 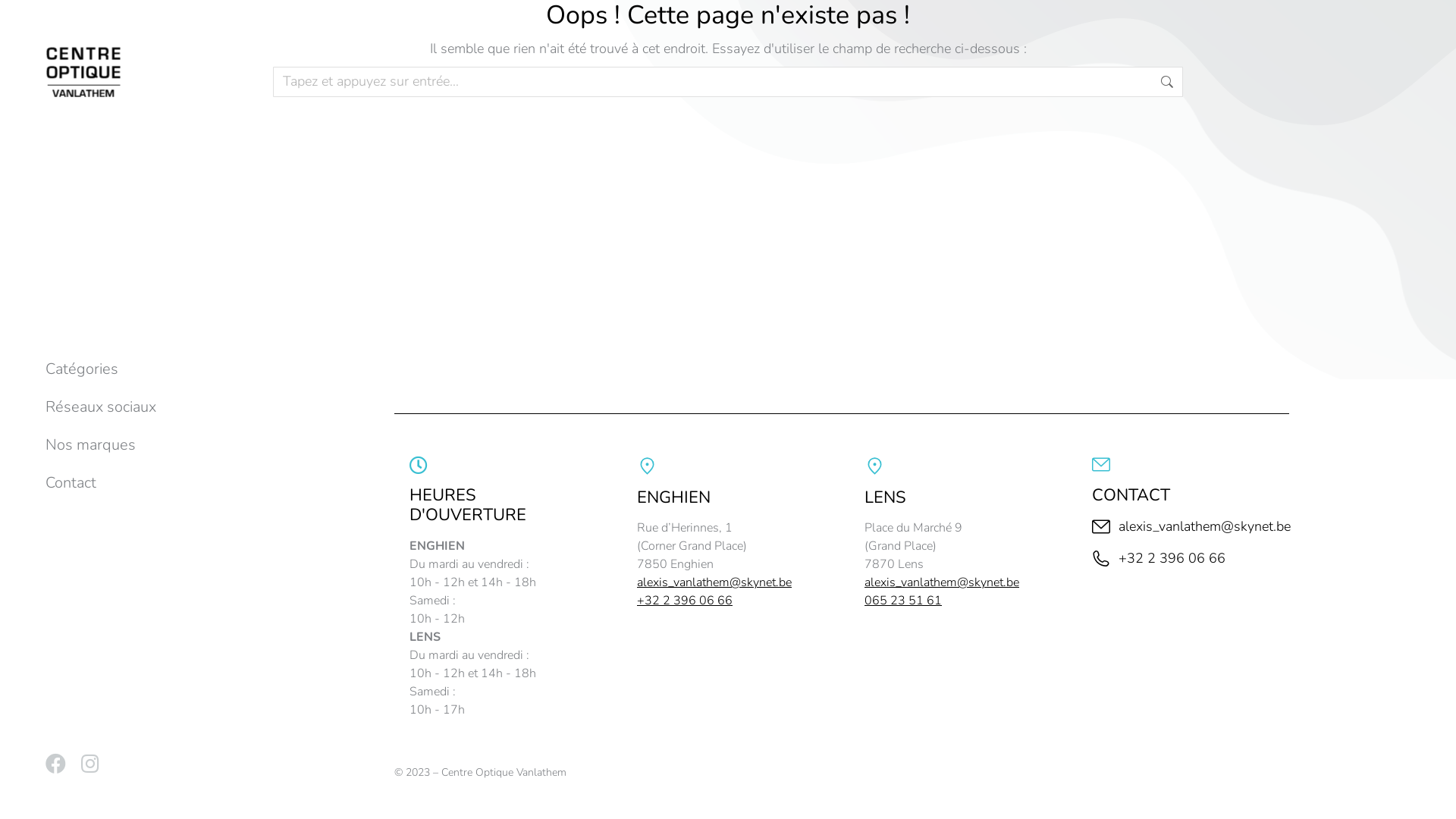 I want to click on '065 23 51 61', so click(x=902, y=599).